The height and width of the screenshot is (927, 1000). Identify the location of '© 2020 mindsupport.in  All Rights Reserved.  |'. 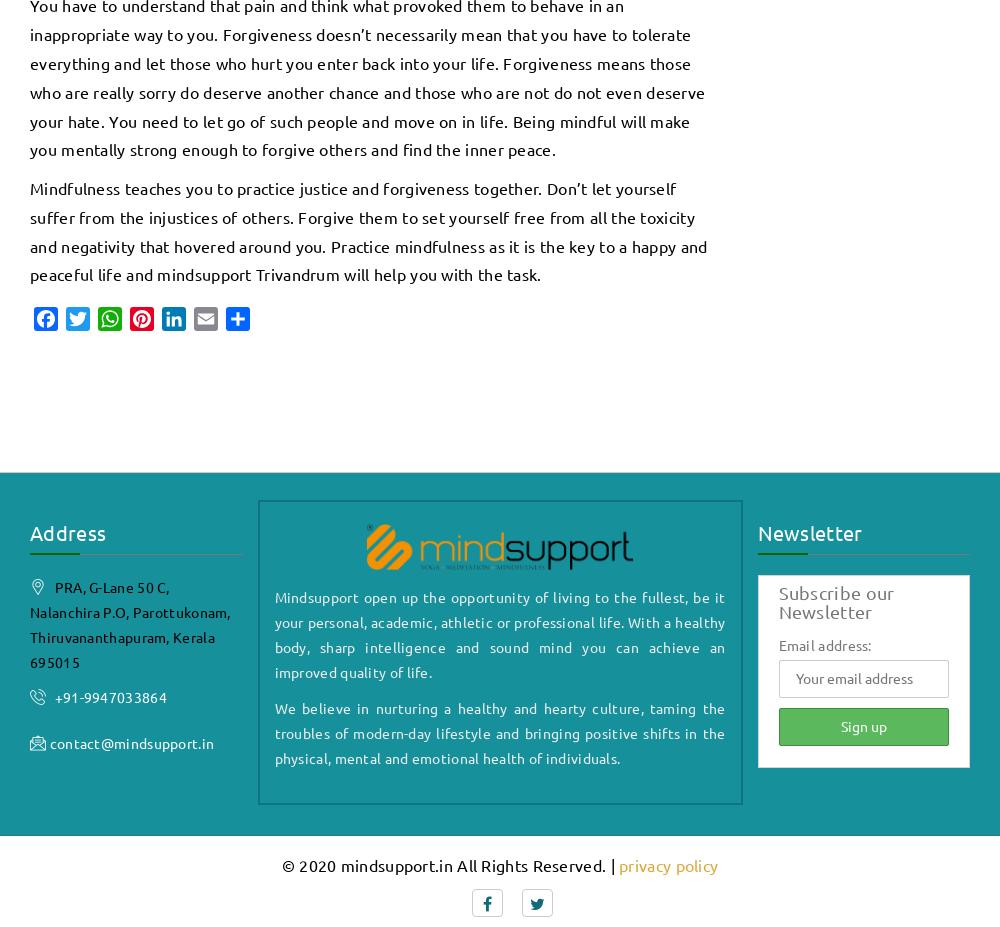
(449, 864).